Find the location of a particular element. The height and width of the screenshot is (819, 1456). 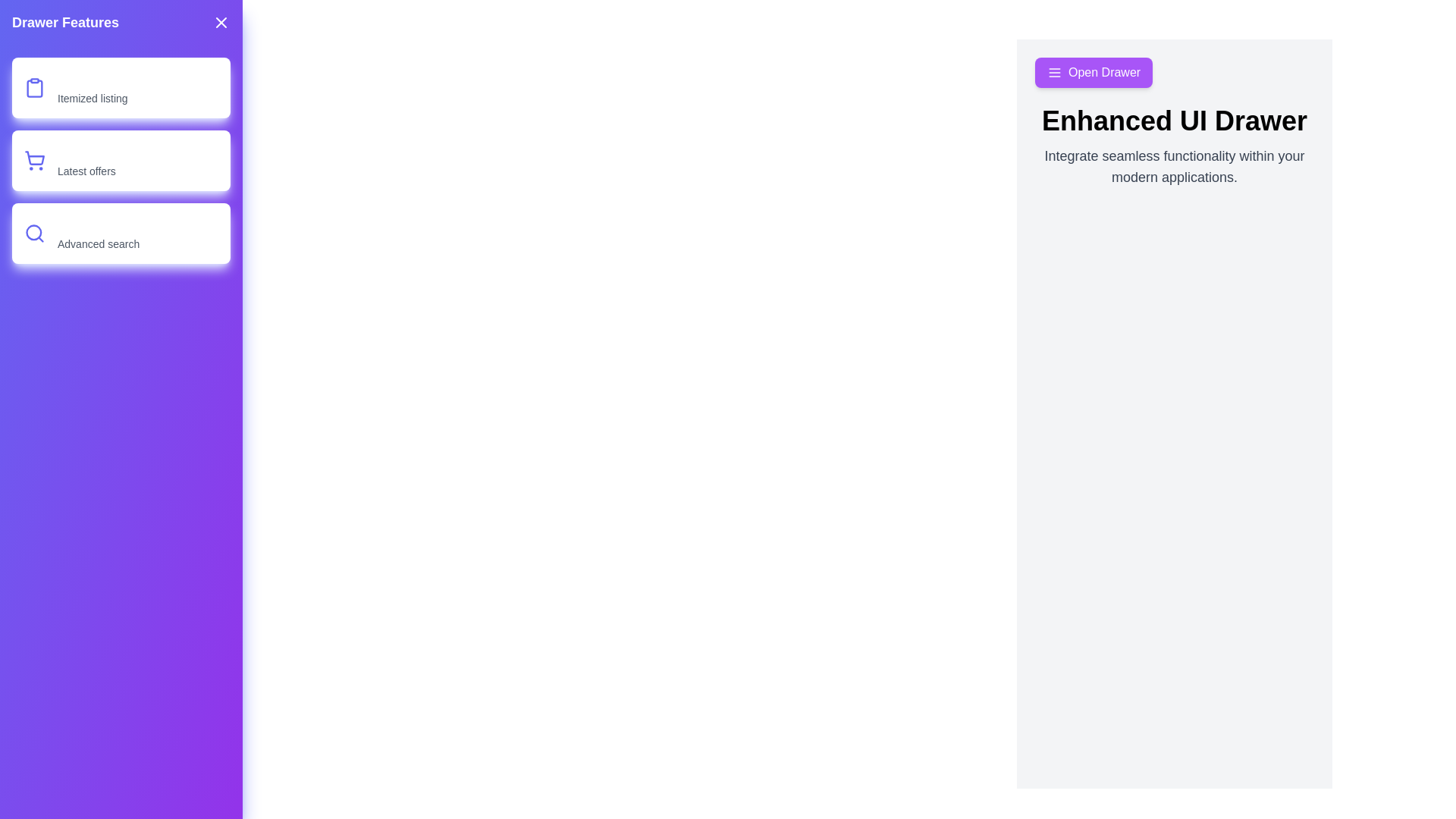

the main content area and highlight its textual content is located at coordinates (1174, 166).